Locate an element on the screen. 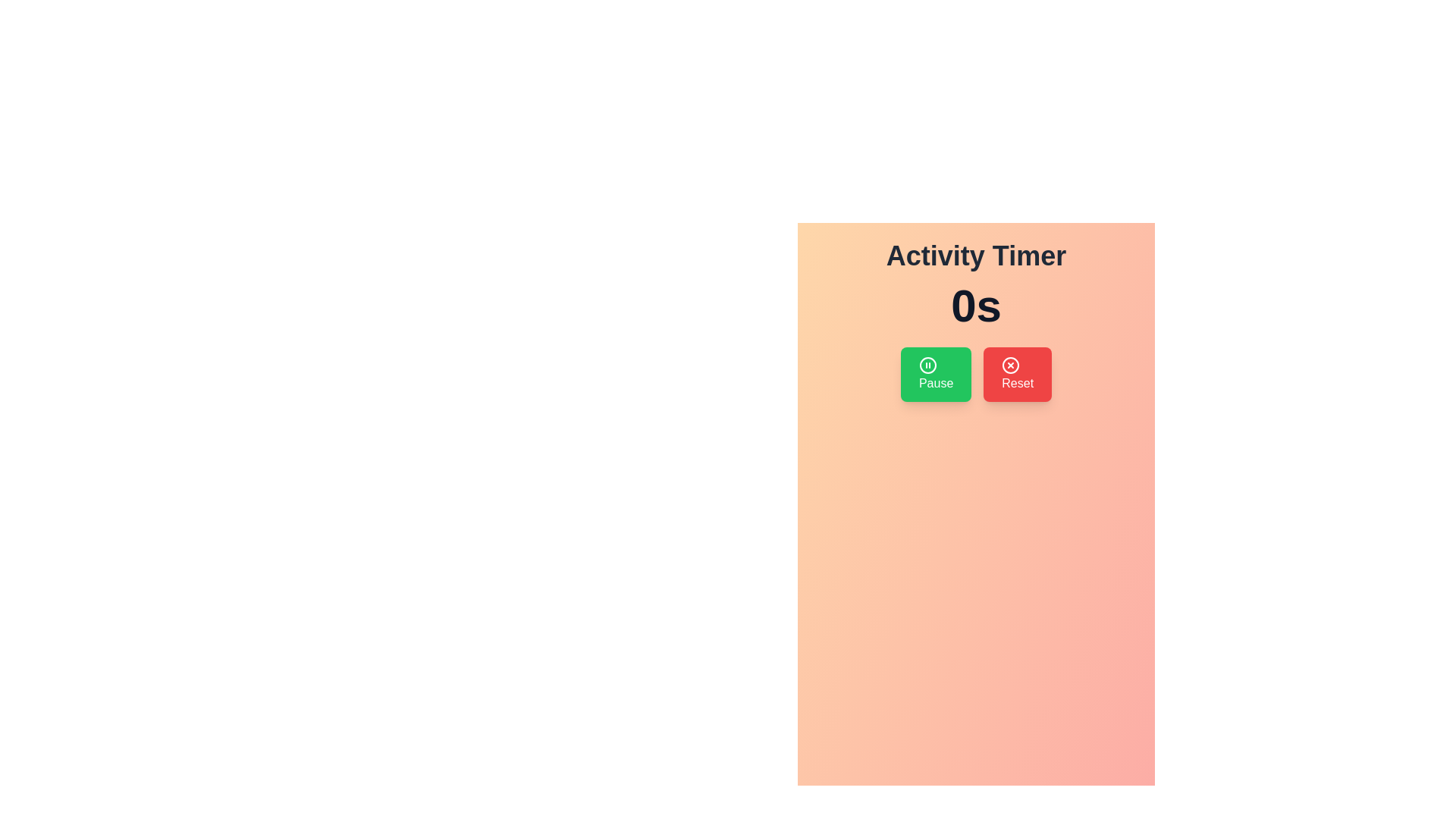  the circular green 'Pause' icon with two vertical bars is located at coordinates (927, 366).